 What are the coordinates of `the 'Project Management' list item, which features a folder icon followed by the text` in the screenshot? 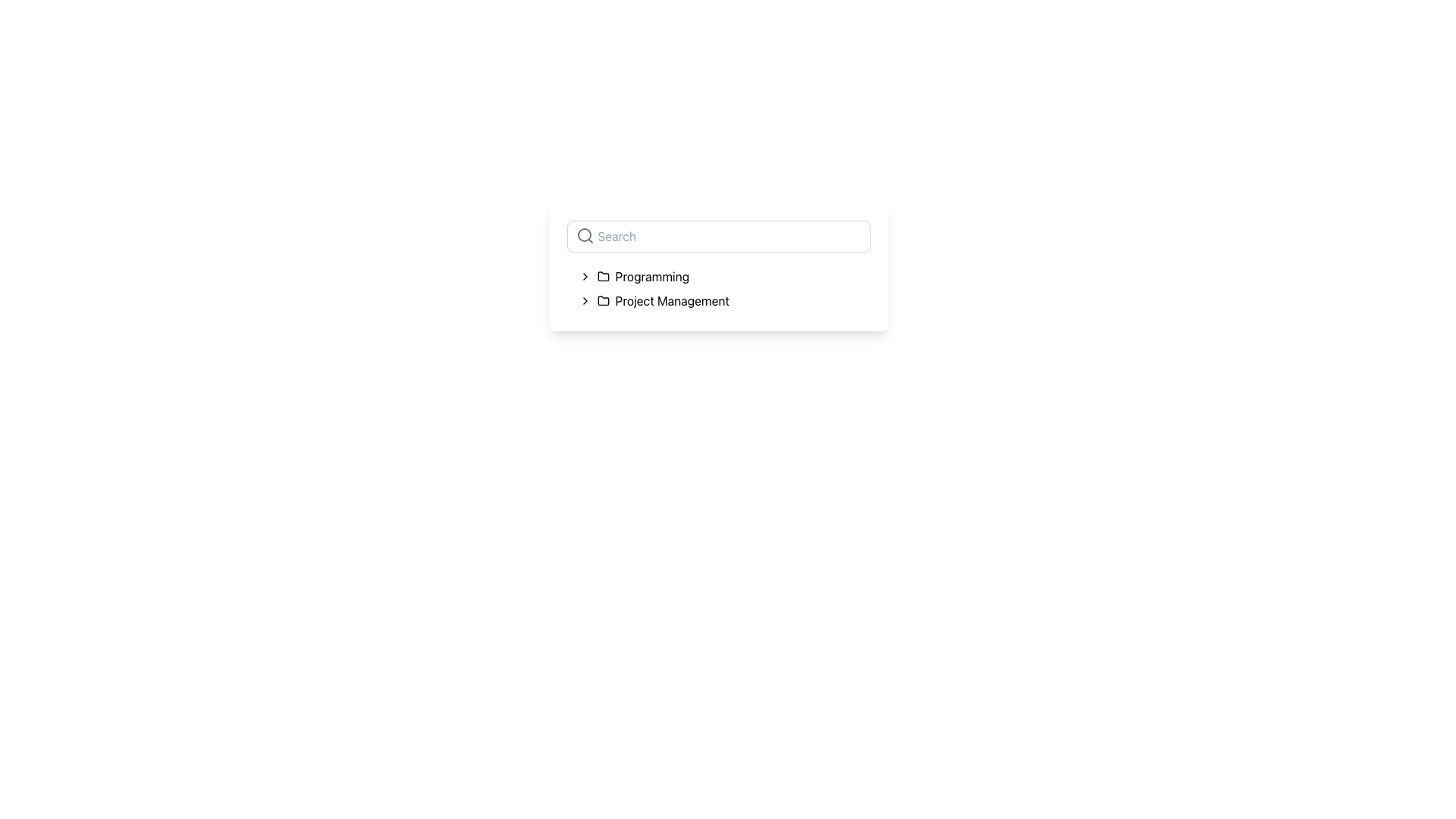 It's located at (663, 301).